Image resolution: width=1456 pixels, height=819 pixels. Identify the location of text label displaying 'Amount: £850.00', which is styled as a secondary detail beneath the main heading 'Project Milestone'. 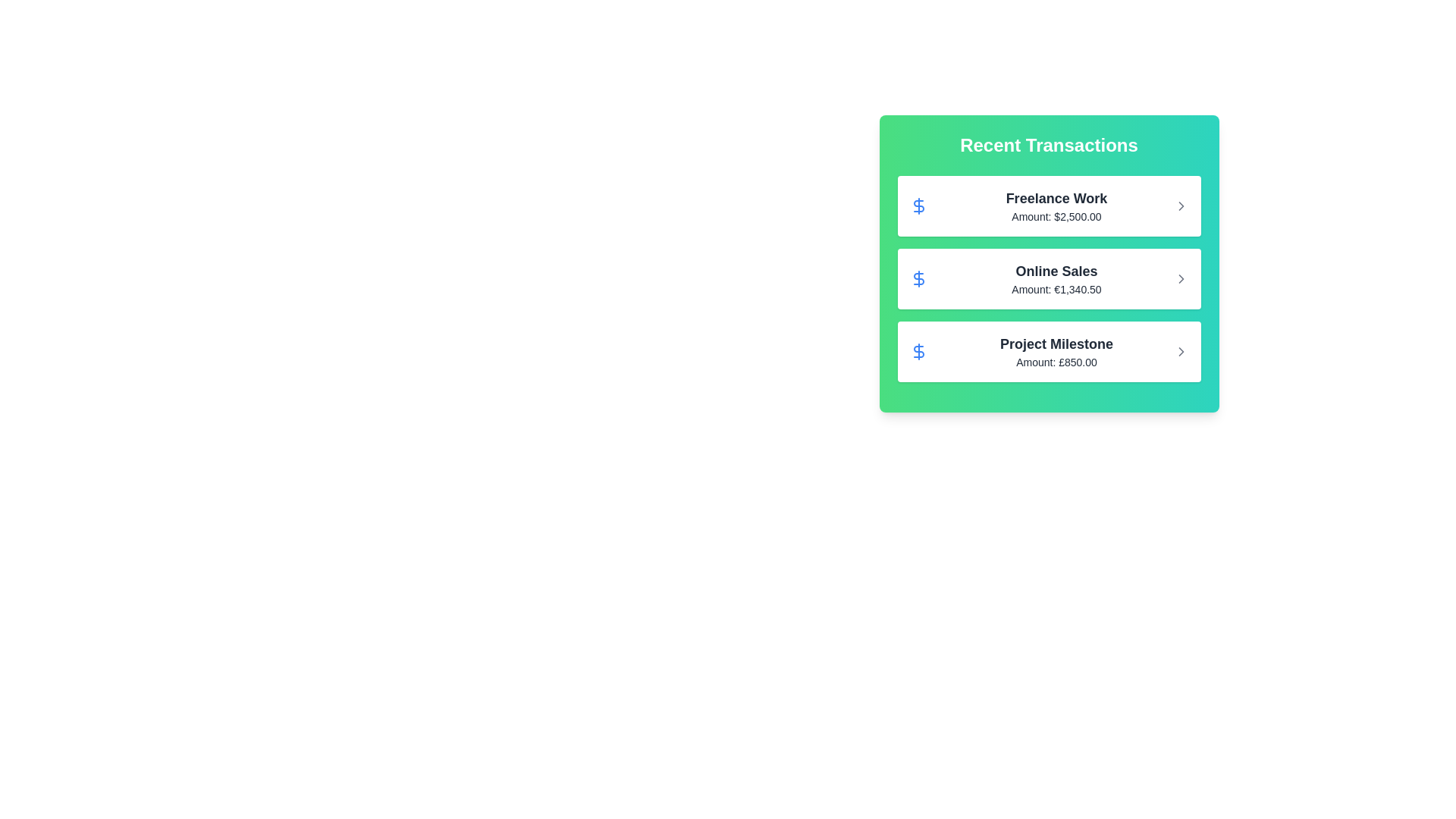
(1056, 362).